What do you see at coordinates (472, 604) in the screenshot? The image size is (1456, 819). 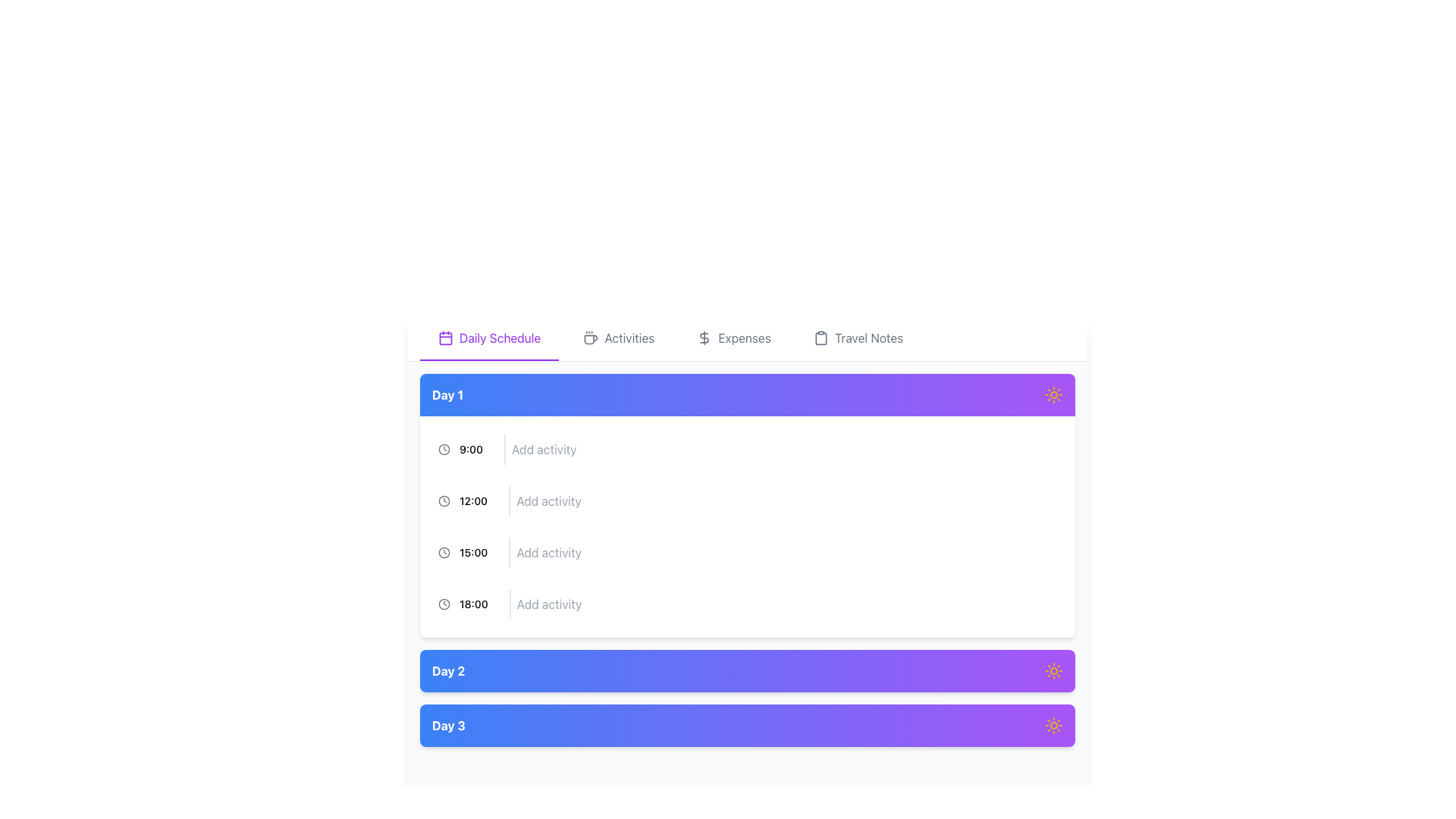 I see `the Text Label displaying the time '18:00', which is located to the right of the clock icon in the fourth list item under the 'Day 1' schedule` at bounding box center [472, 604].